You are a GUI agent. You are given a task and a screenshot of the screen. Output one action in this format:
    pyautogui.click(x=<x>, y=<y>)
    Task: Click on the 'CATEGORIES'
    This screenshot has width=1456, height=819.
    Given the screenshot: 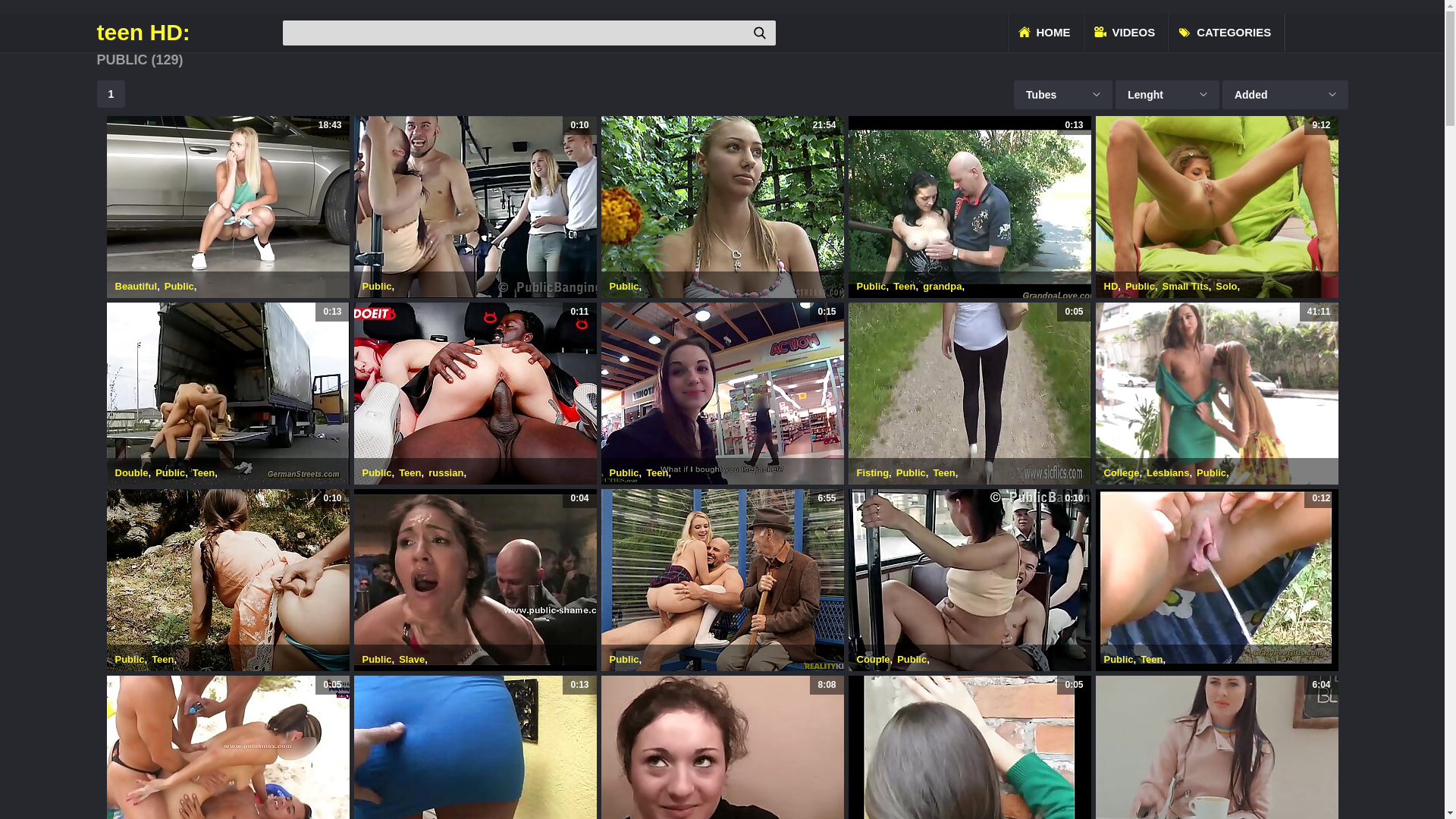 What is the action you would take?
    pyautogui.click(x=1226, y=32)
    